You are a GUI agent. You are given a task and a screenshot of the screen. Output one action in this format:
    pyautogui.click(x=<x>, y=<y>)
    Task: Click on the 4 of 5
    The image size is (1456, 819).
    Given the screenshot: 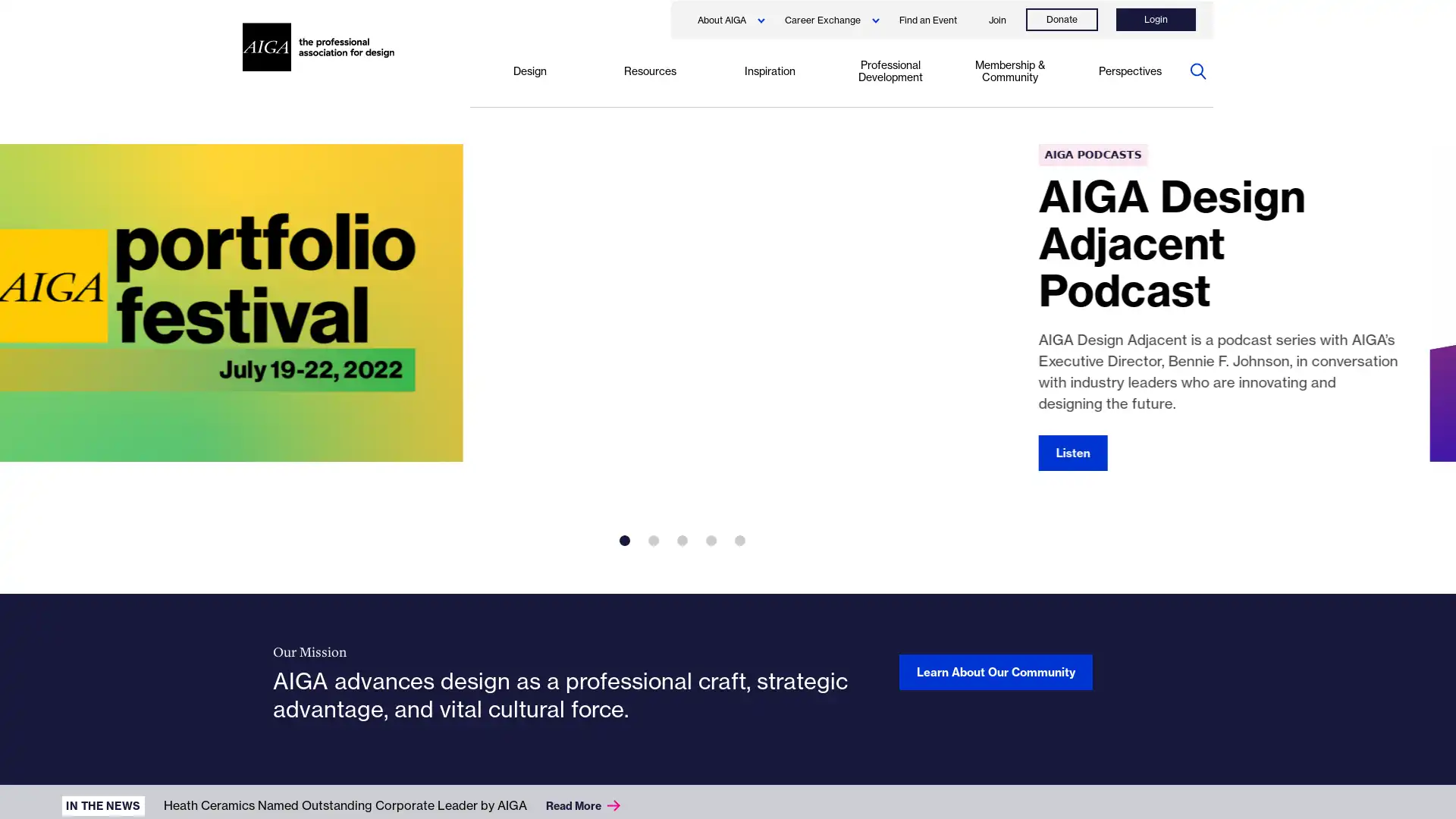 What is the action you would take?
    pyautogui.click(x=710, y=540)
    